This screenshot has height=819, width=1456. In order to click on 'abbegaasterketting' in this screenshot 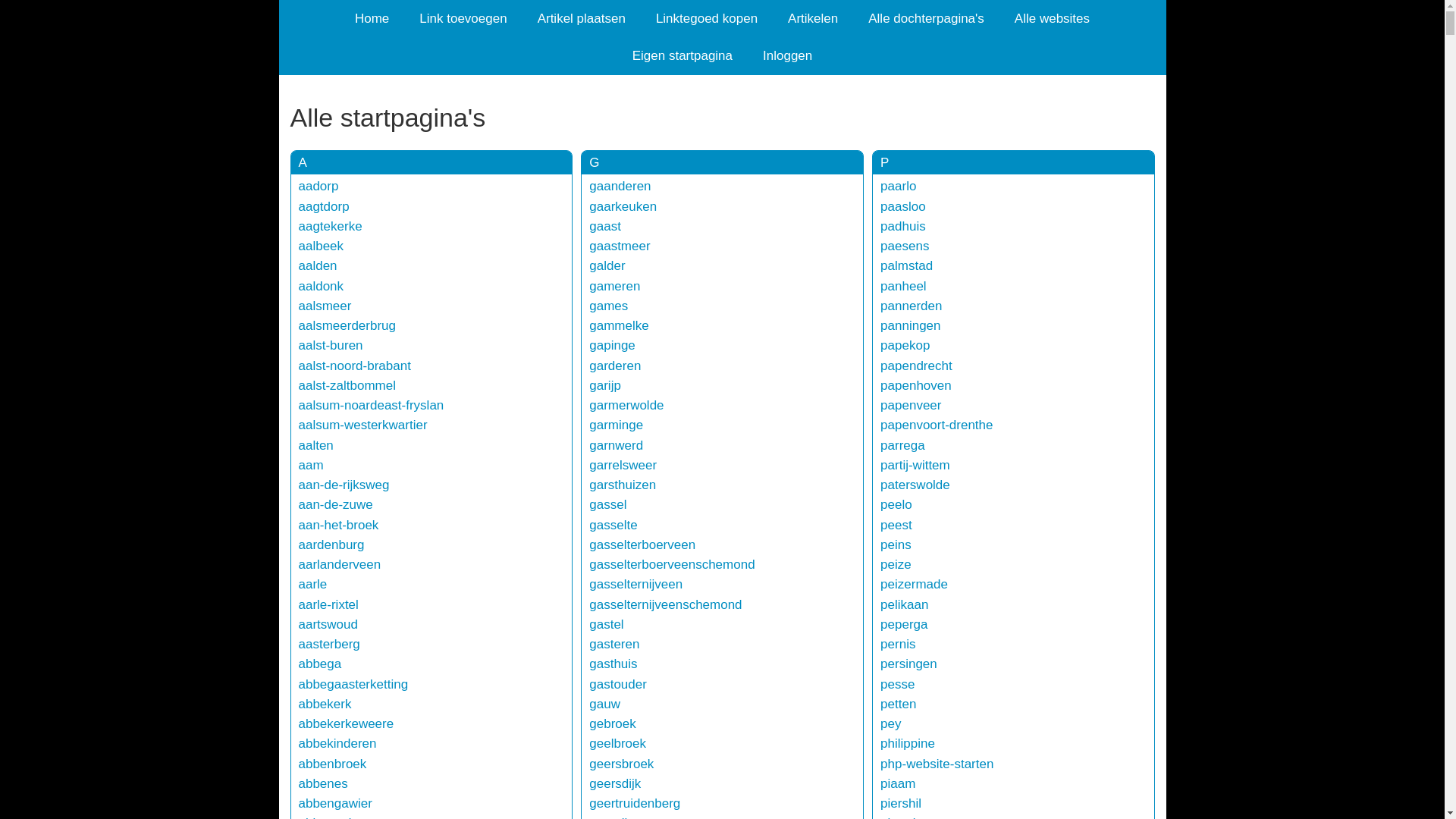, I will do `click(353, 684)`.